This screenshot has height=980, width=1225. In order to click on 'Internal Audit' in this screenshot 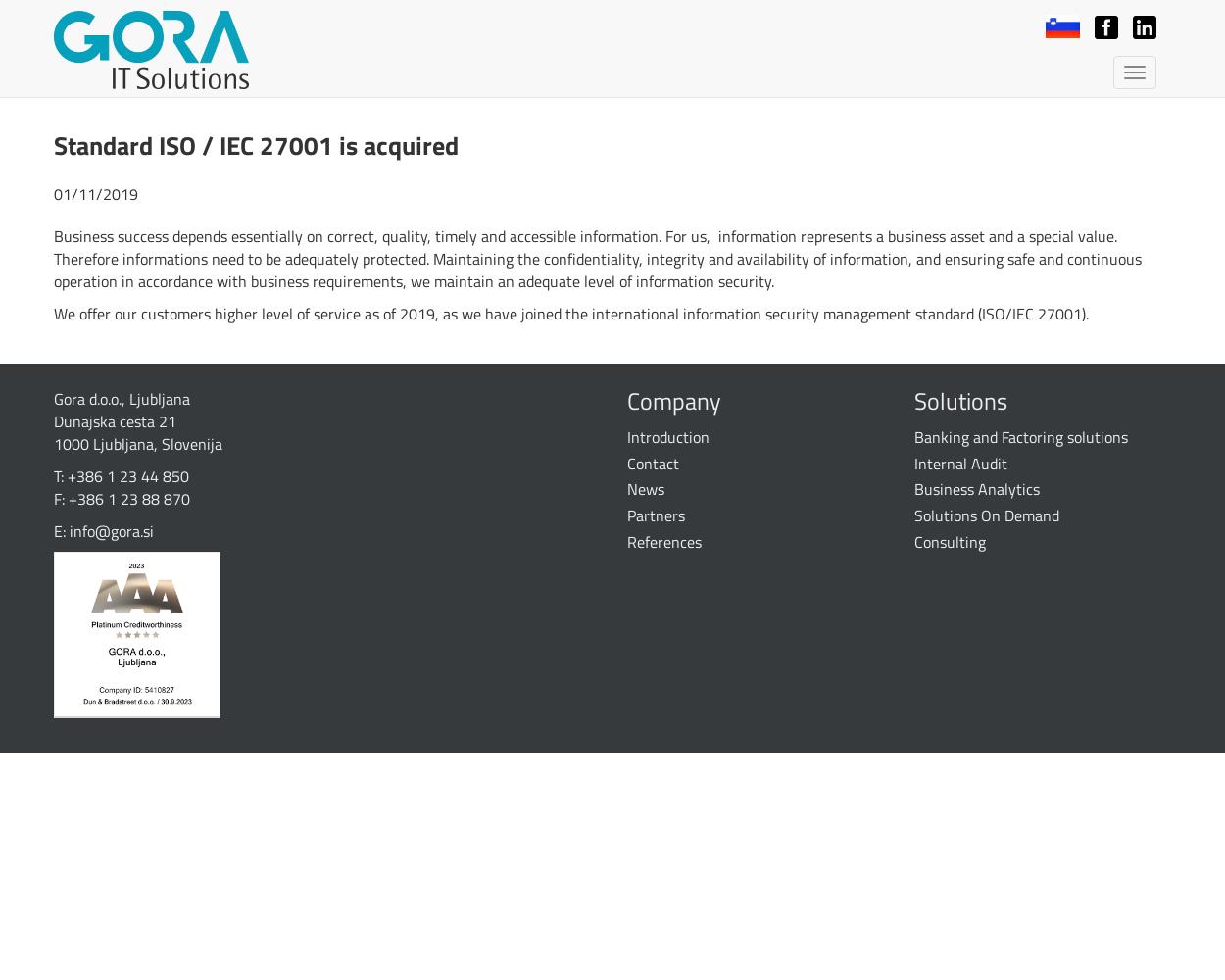, I will do `click(913, 462)`.